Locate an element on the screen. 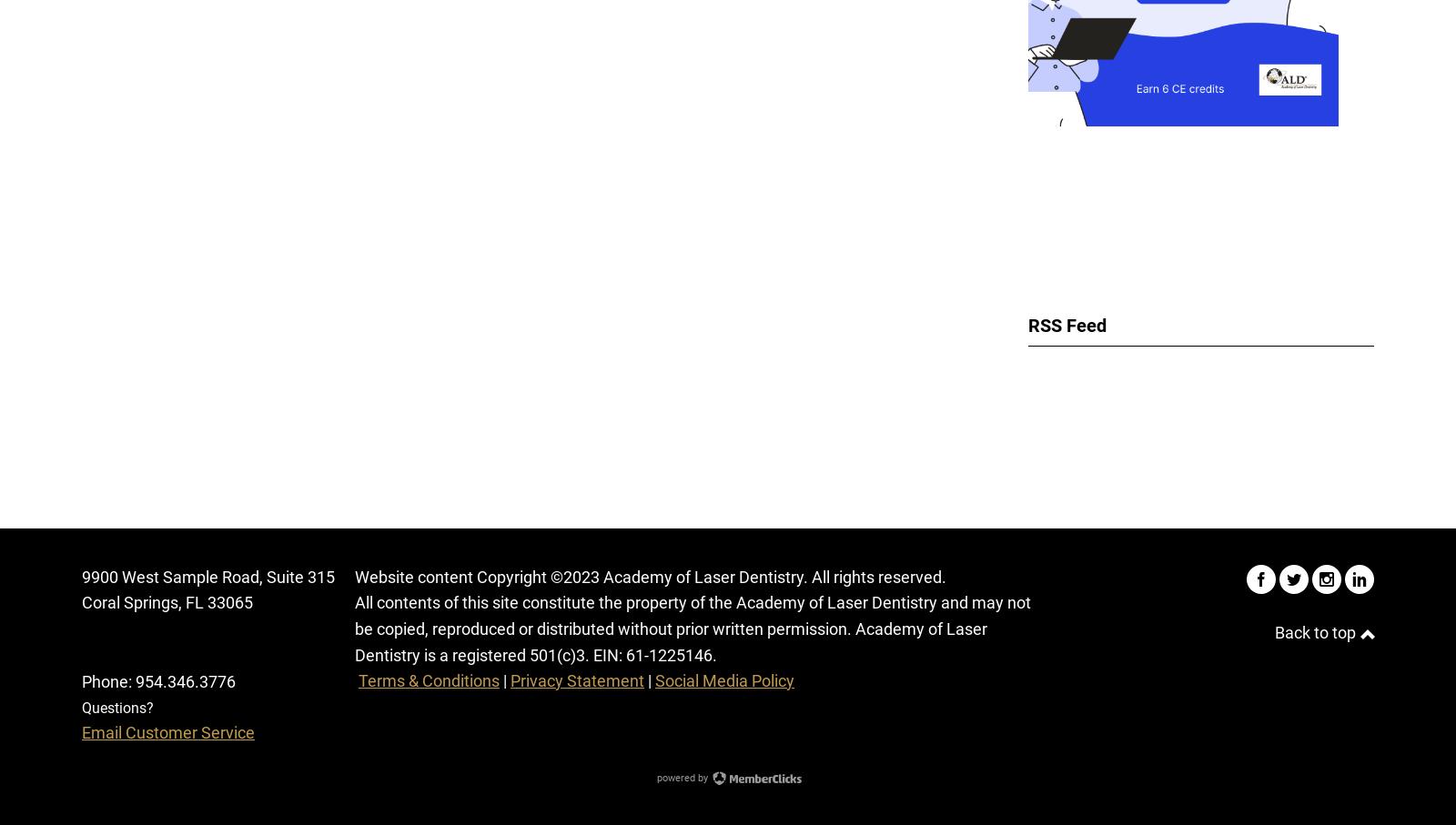  'Phone: 954.346.3776' is located at coordinates (157, 679).